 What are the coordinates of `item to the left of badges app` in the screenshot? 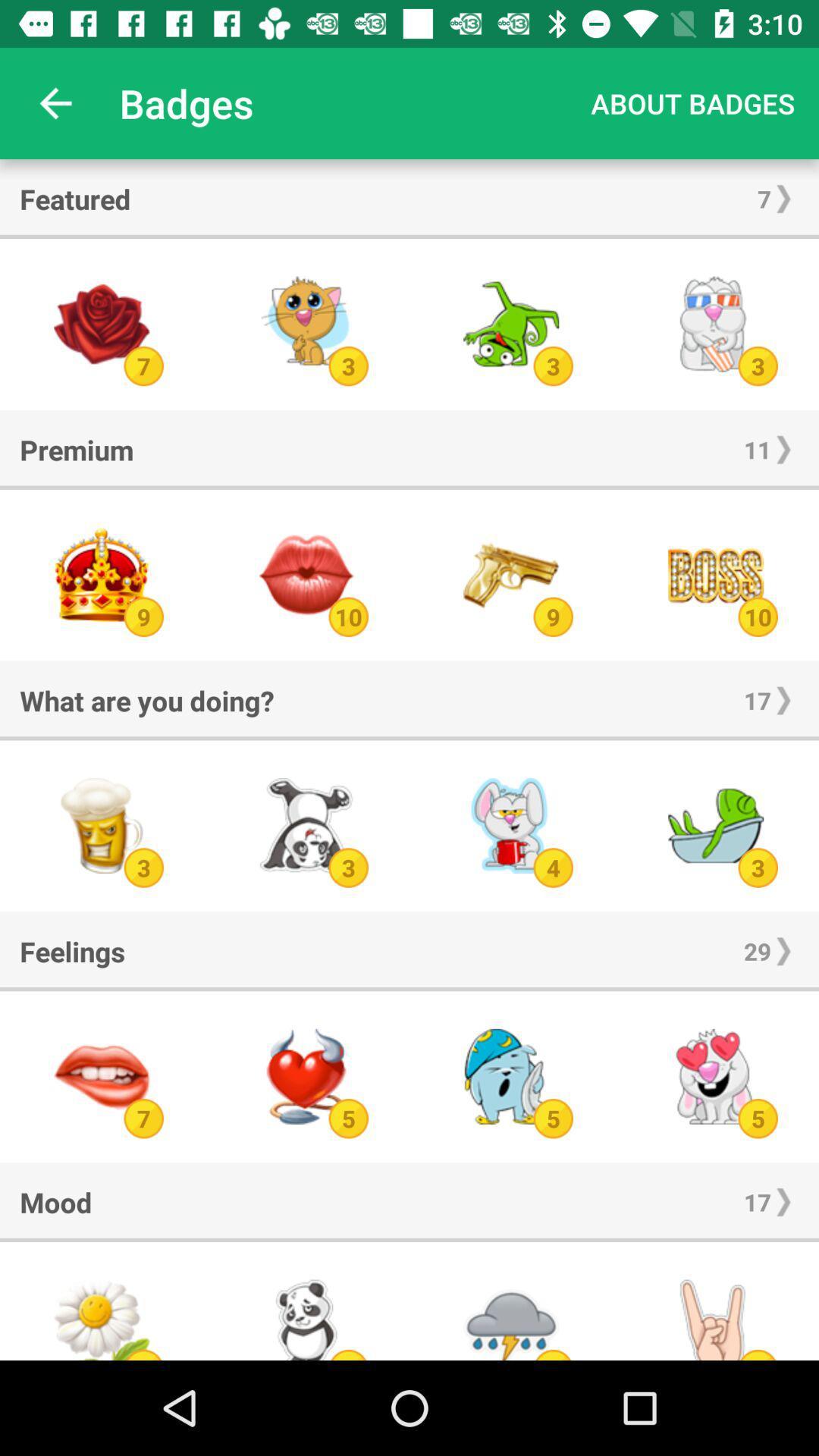 It's located at (55, 102).